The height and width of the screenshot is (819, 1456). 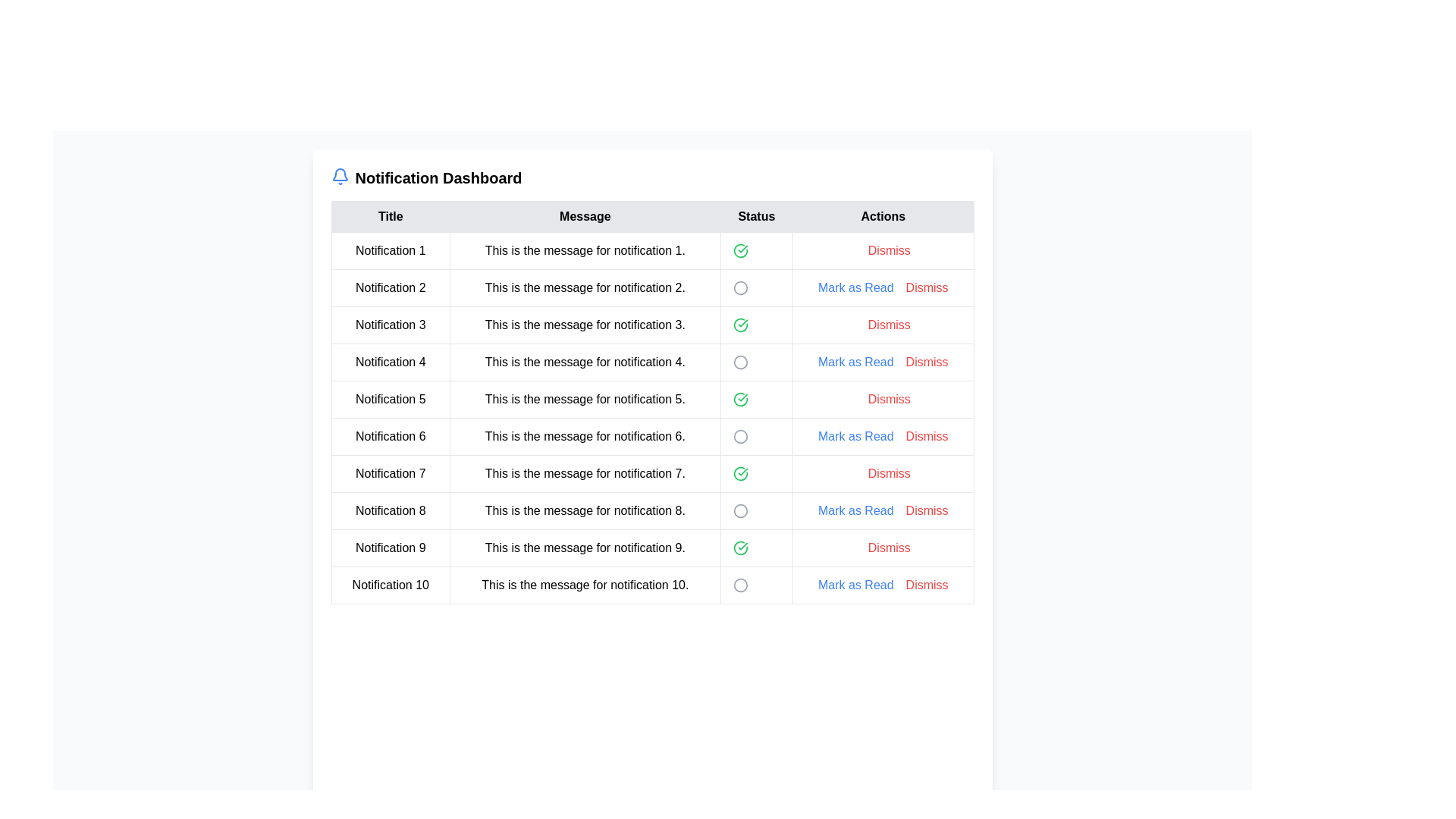 I want to click on the fourth circular SVG icon in the 'Status' column of the row corresponding to 'Notification 4', so click(x=740, y=362).